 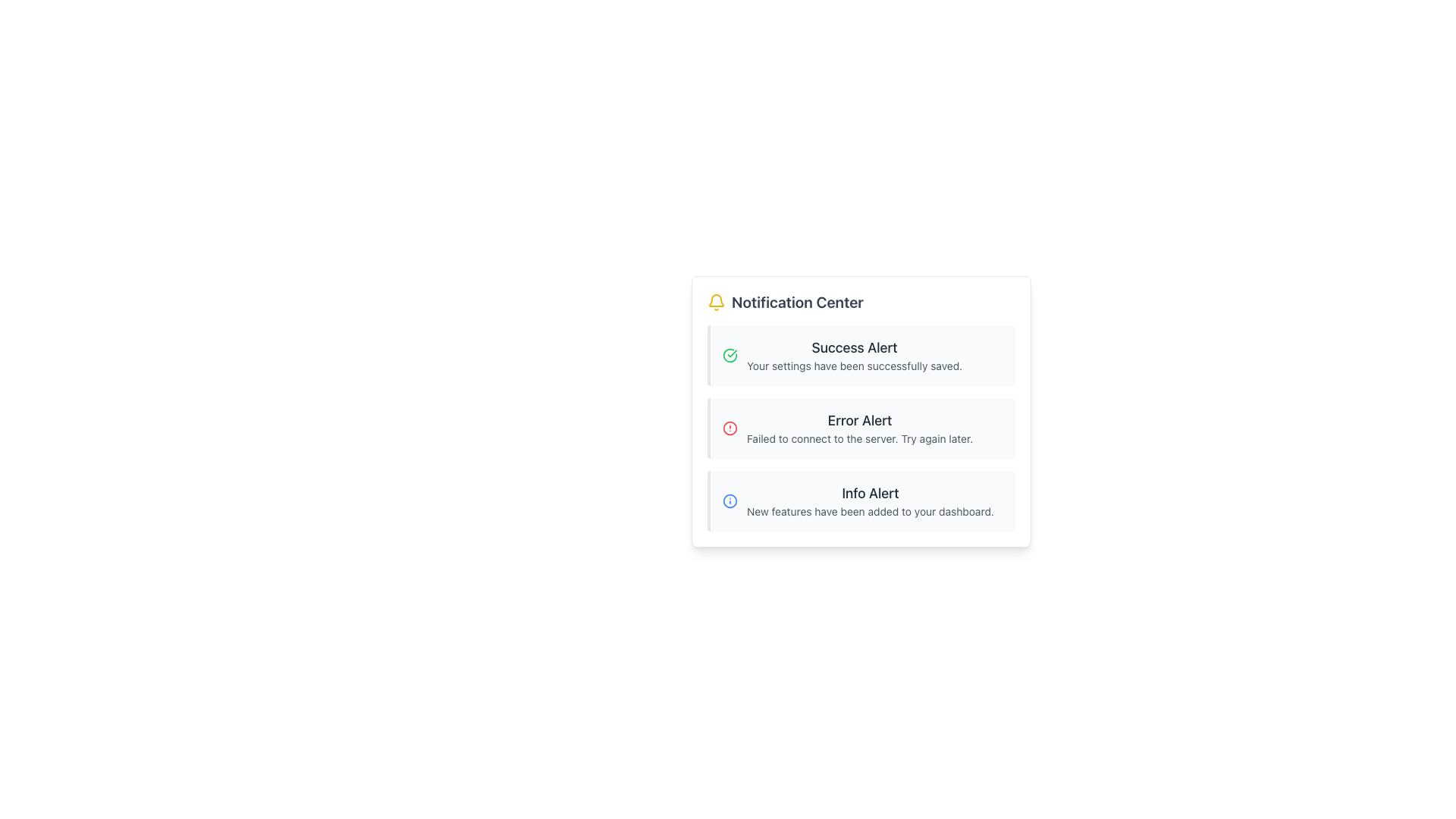 What do you see at coordinates (861, 428) in the screenshot?
I see `error alert notification text in the Notification Center, which indicates a failed connection to the server` at bounding box center [861, 428].